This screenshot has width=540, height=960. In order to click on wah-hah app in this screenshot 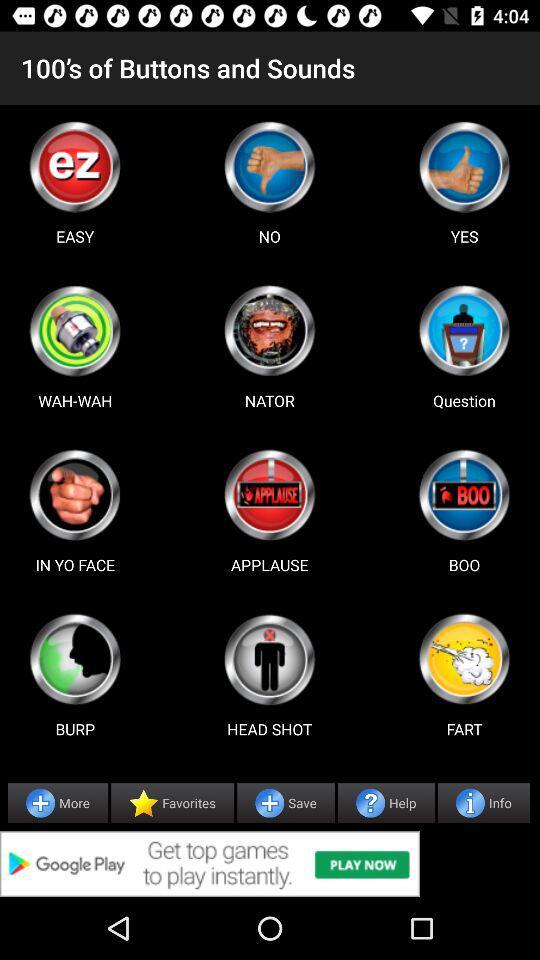, I will do `click(74, 330)`.